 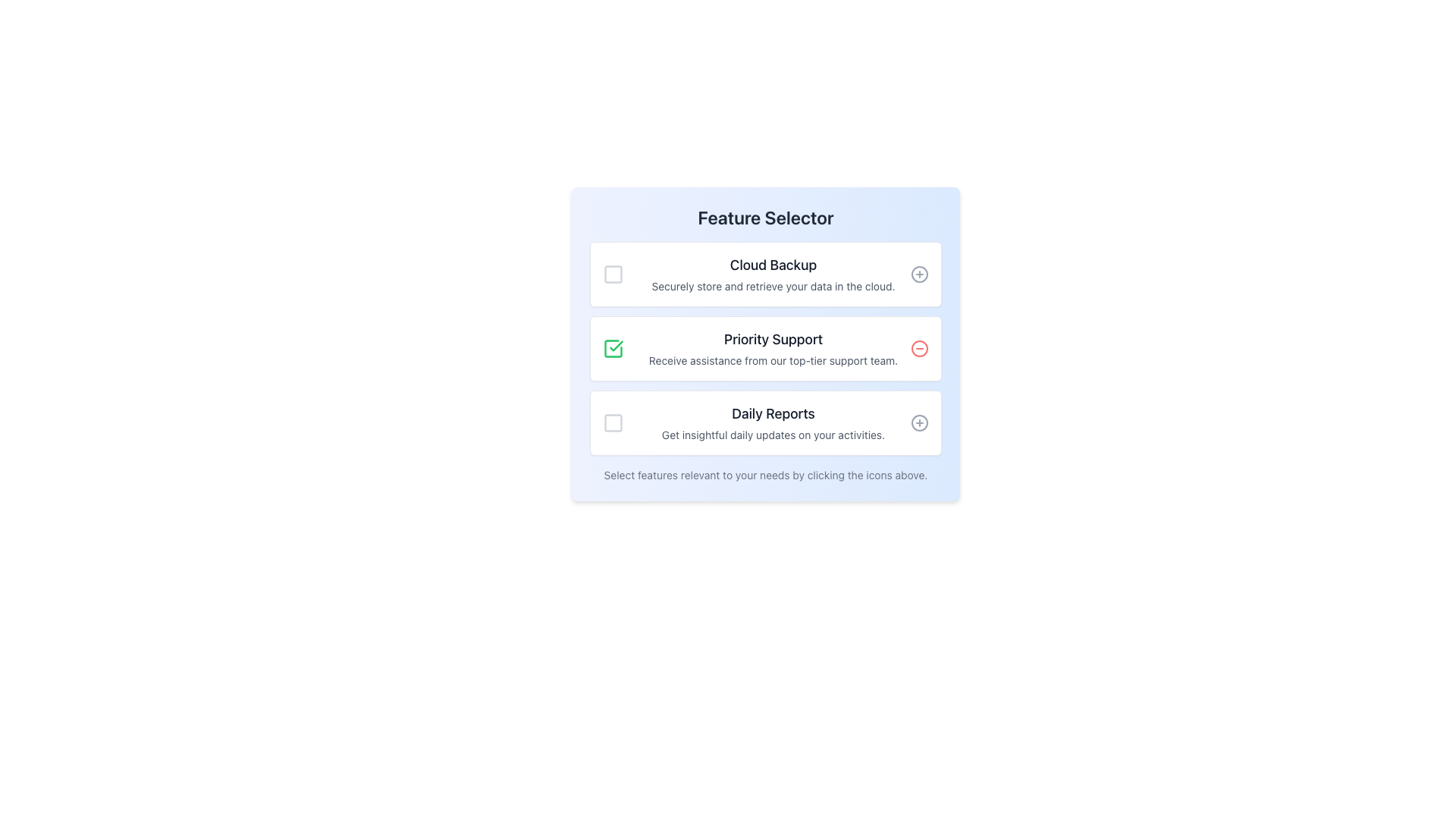 I want to click on the 'Feature Selector' text label, which is a bold heading positioned at the top of the feature selection panel, so click(x=765, y=217).